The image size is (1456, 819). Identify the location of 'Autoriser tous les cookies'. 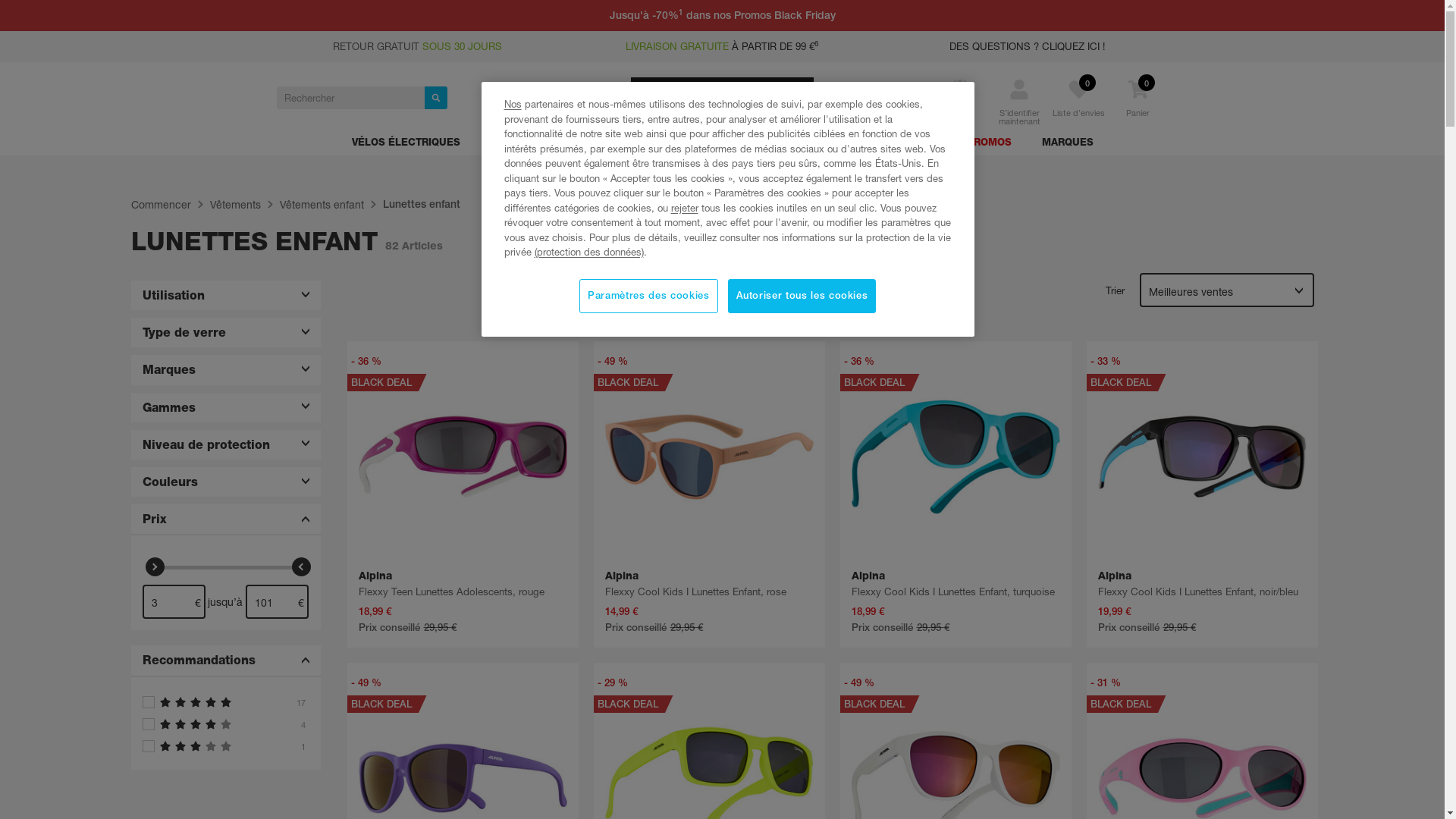
(801, 296).